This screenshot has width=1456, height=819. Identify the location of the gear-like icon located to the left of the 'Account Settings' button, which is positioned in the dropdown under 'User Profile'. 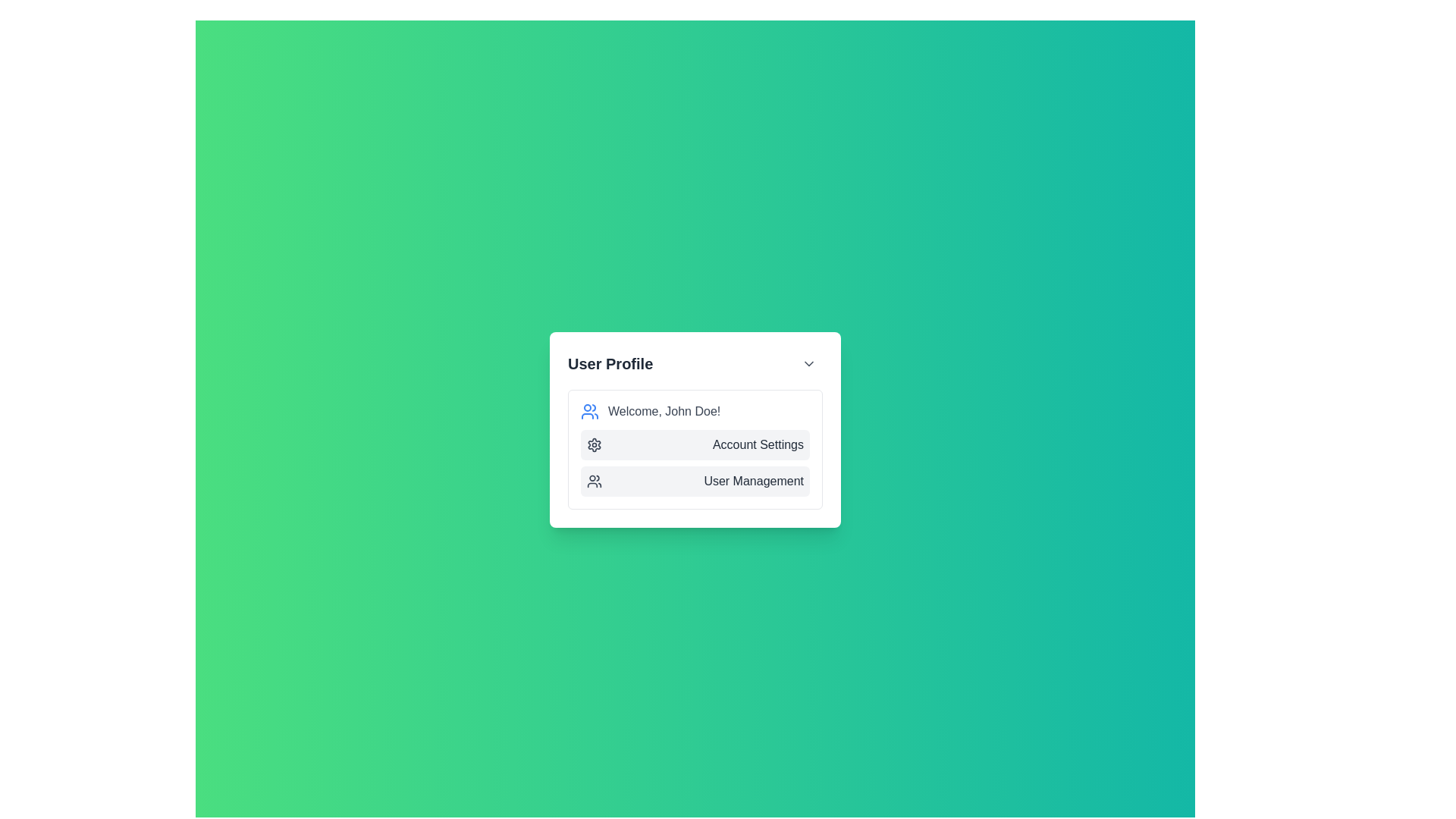
(593, 444).